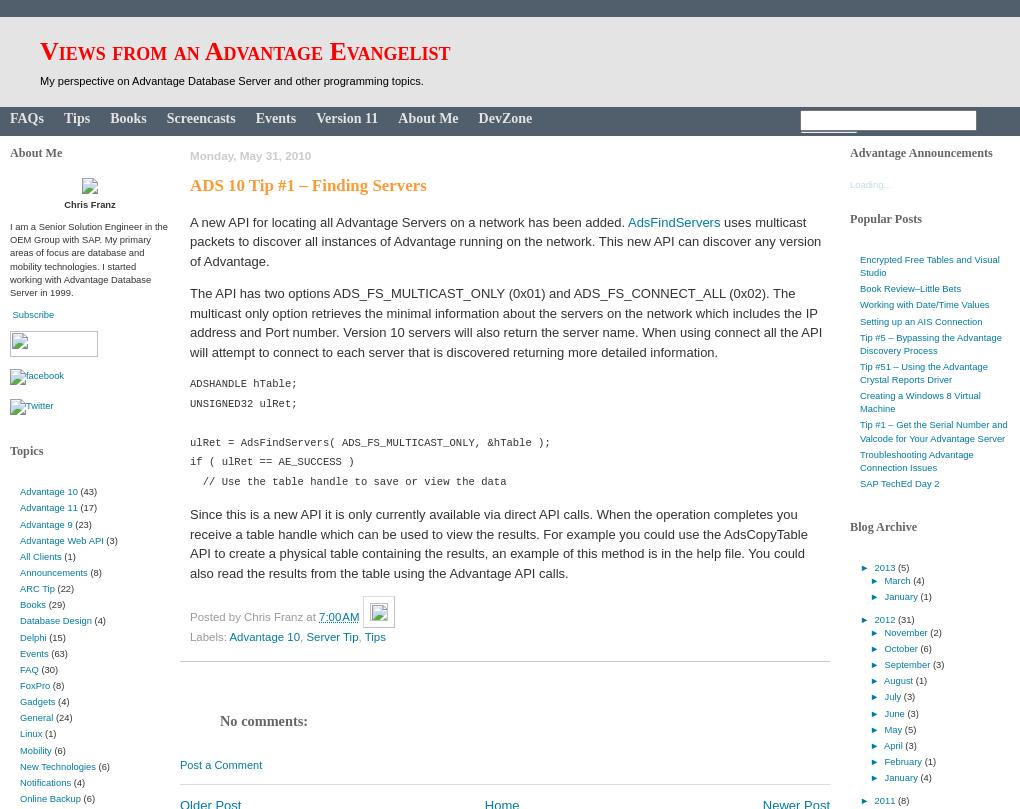 The image size is (1020, 809). What do you see at coordinates (36, 700) in the screenshot?
I see `'Gadgets'` at bounding box center [36, 700].